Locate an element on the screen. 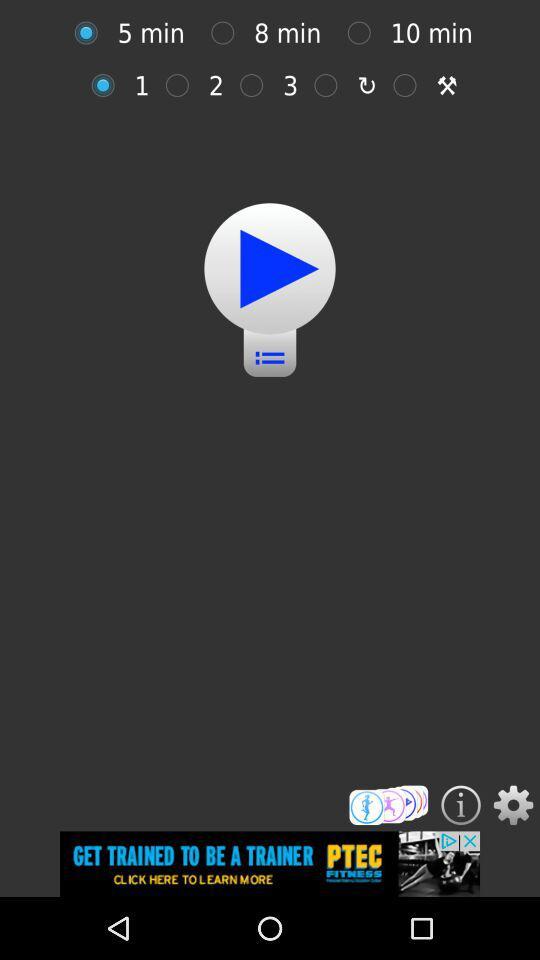  video is located at coordinates (270, 267).